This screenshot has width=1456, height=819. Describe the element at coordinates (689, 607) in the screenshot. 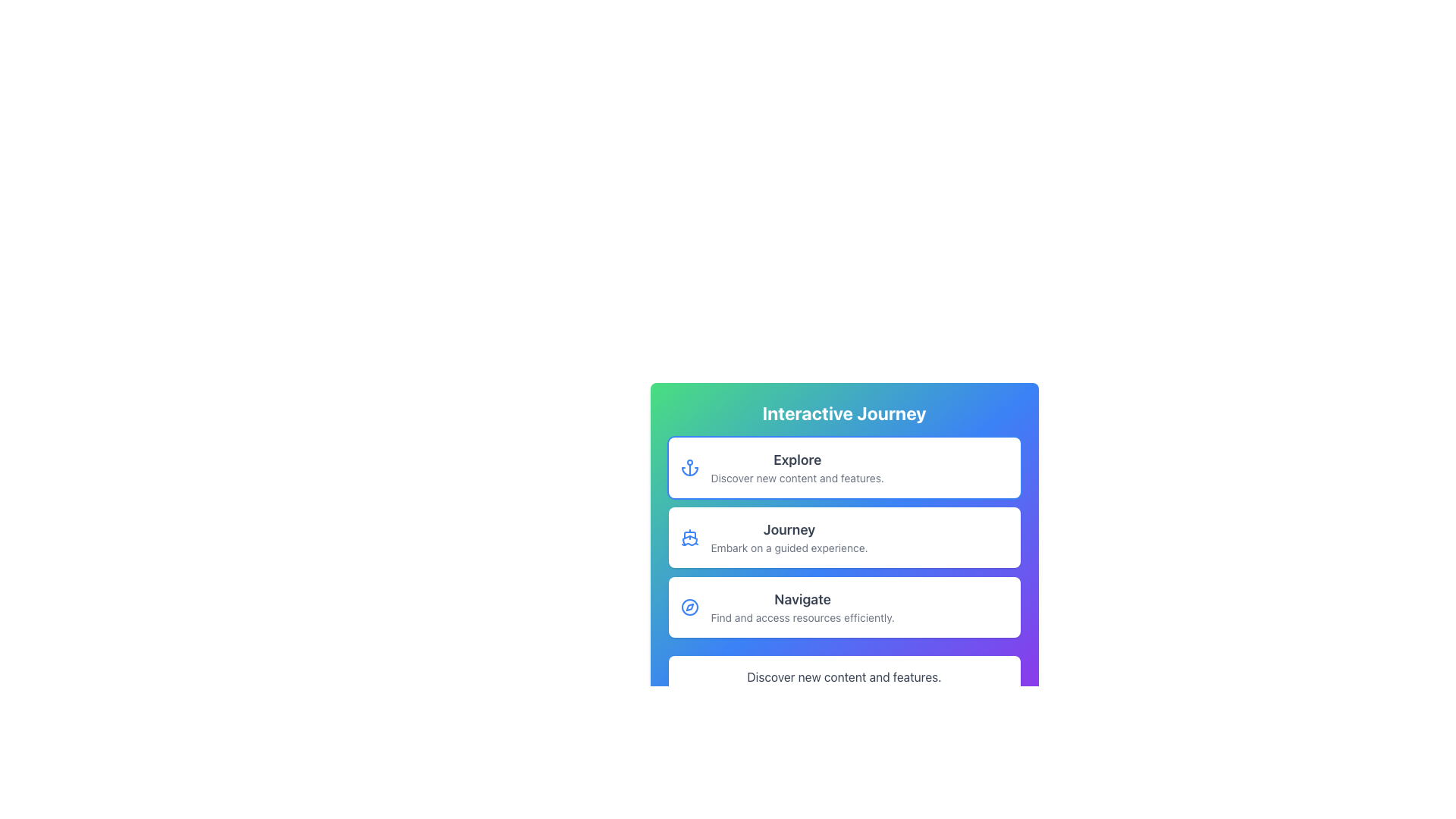

I see `the blue compass icon located at the leftmost side of the 'Navigate' card in the vertical stack of options` at that location.